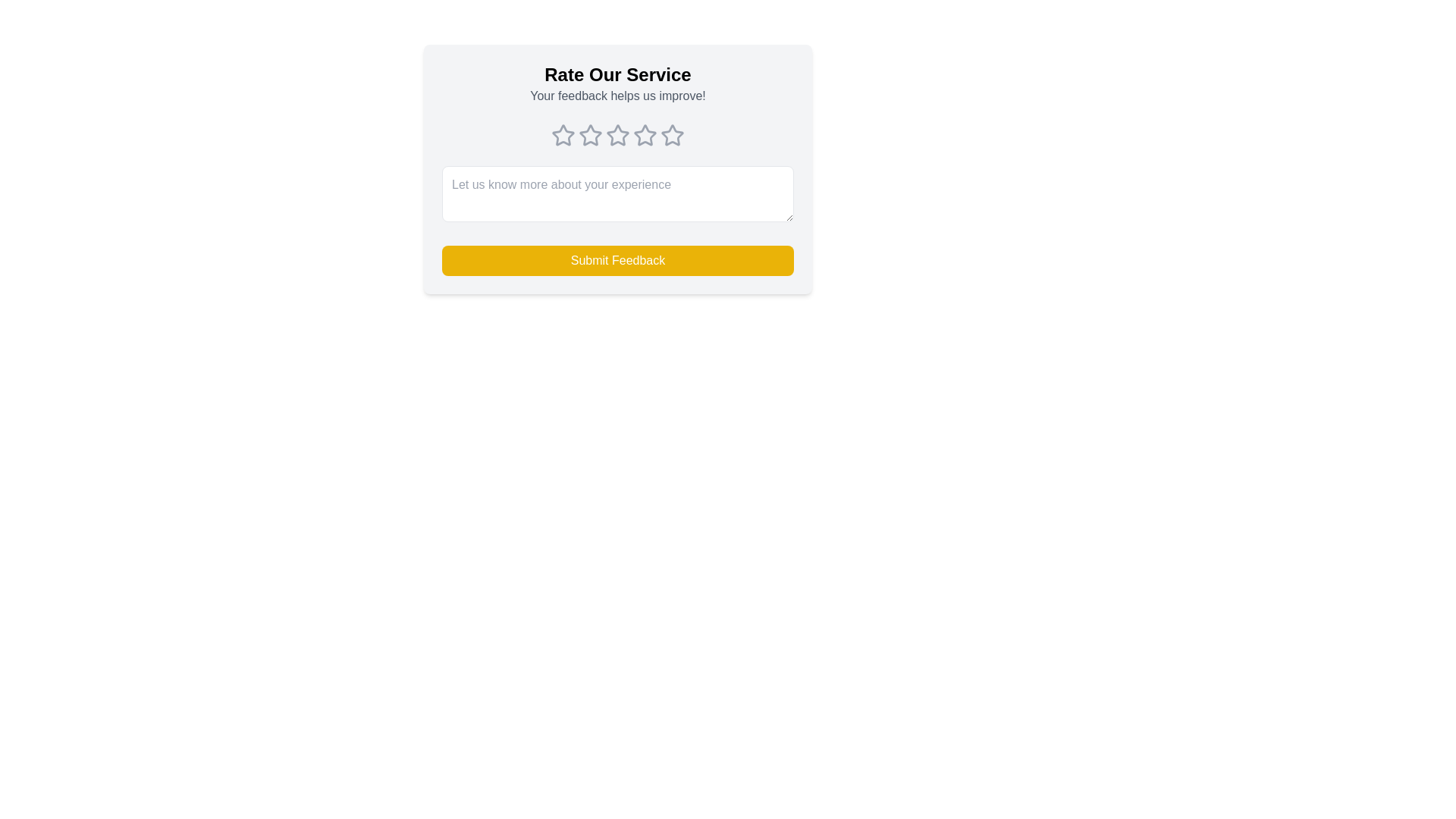  I want to click on header text label at the top-center of the feedback form to understand its purpose, so click(618, 75).